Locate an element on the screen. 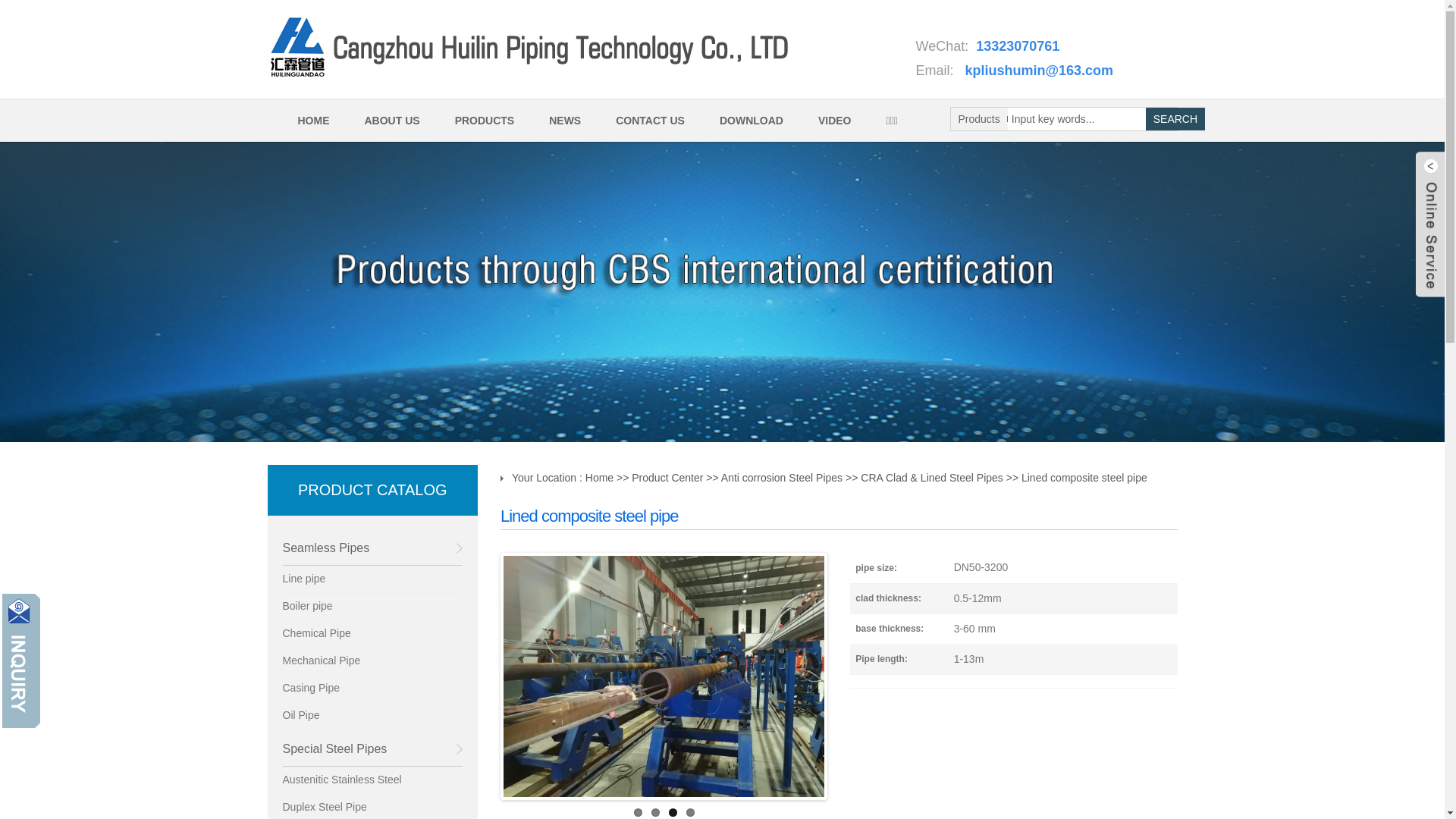 This screenshot has width=1456, height=819. 'Seamless Pipes' is located at coordinates (282, 548).